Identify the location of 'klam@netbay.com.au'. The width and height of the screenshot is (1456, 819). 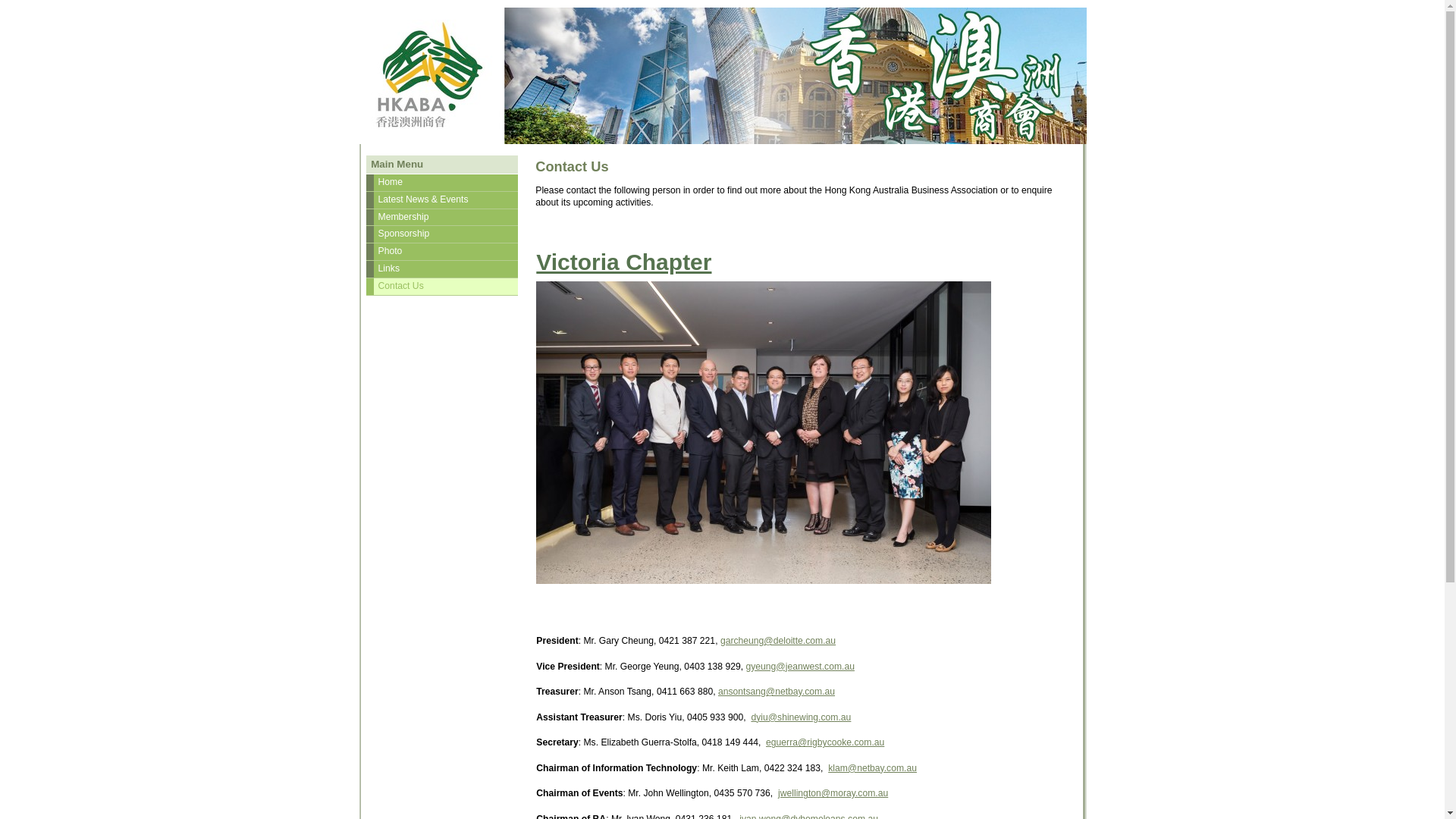
(827, 768).